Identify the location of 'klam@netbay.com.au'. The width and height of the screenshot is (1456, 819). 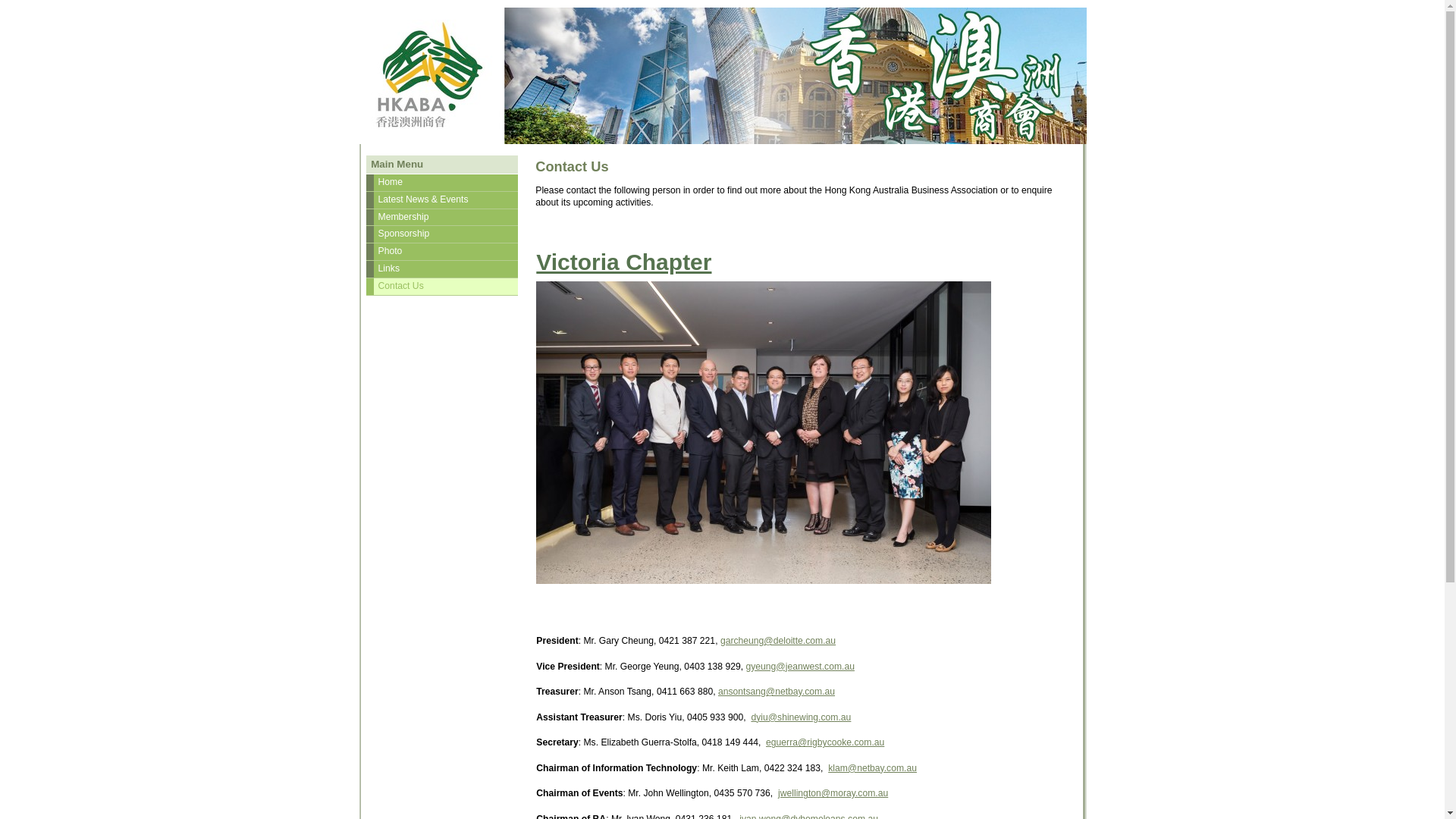
(827, 768).